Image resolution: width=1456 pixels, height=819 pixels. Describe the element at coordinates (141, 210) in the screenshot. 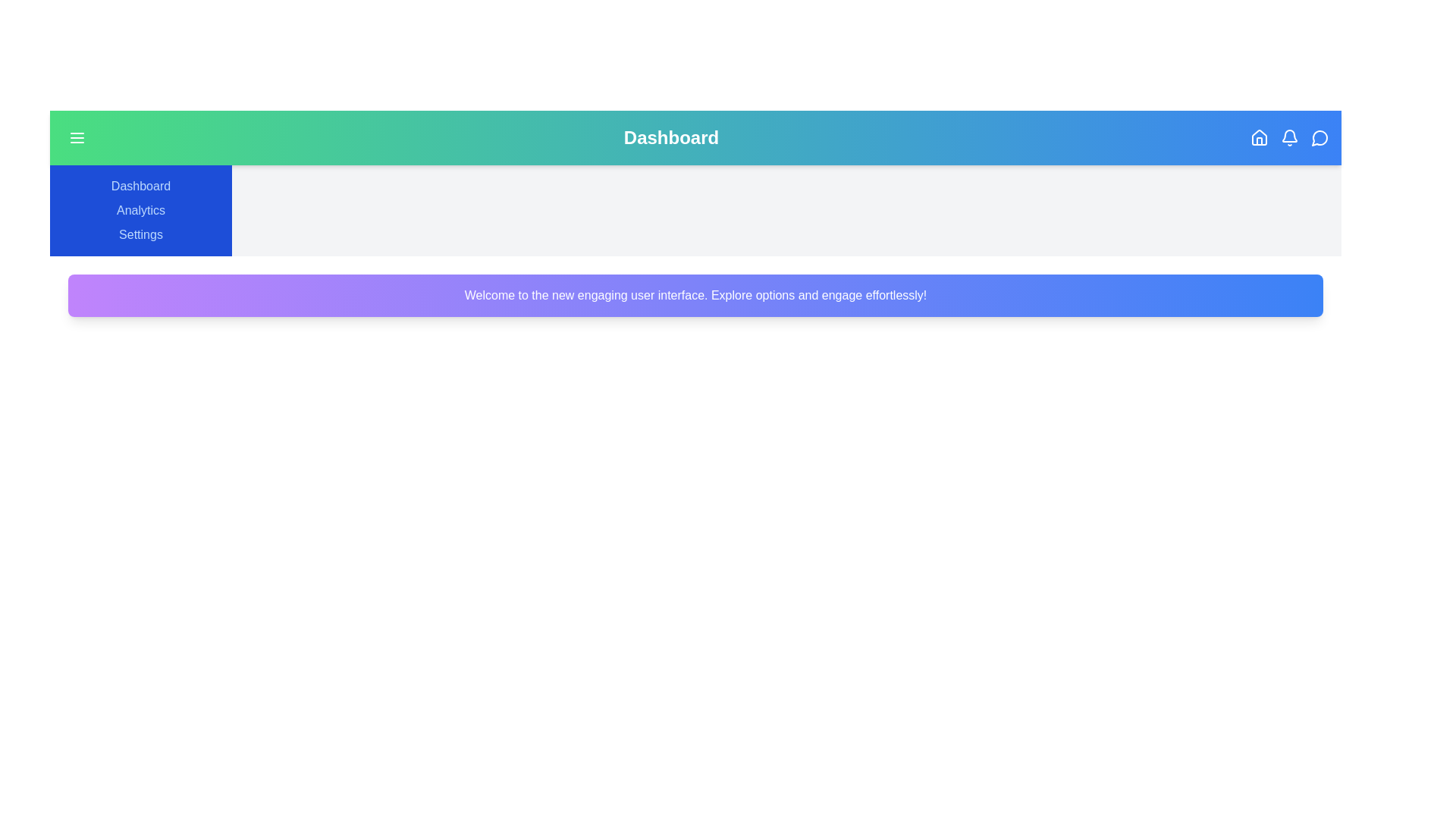

I see `the 'Analytics' link in the sidebar` at that location.